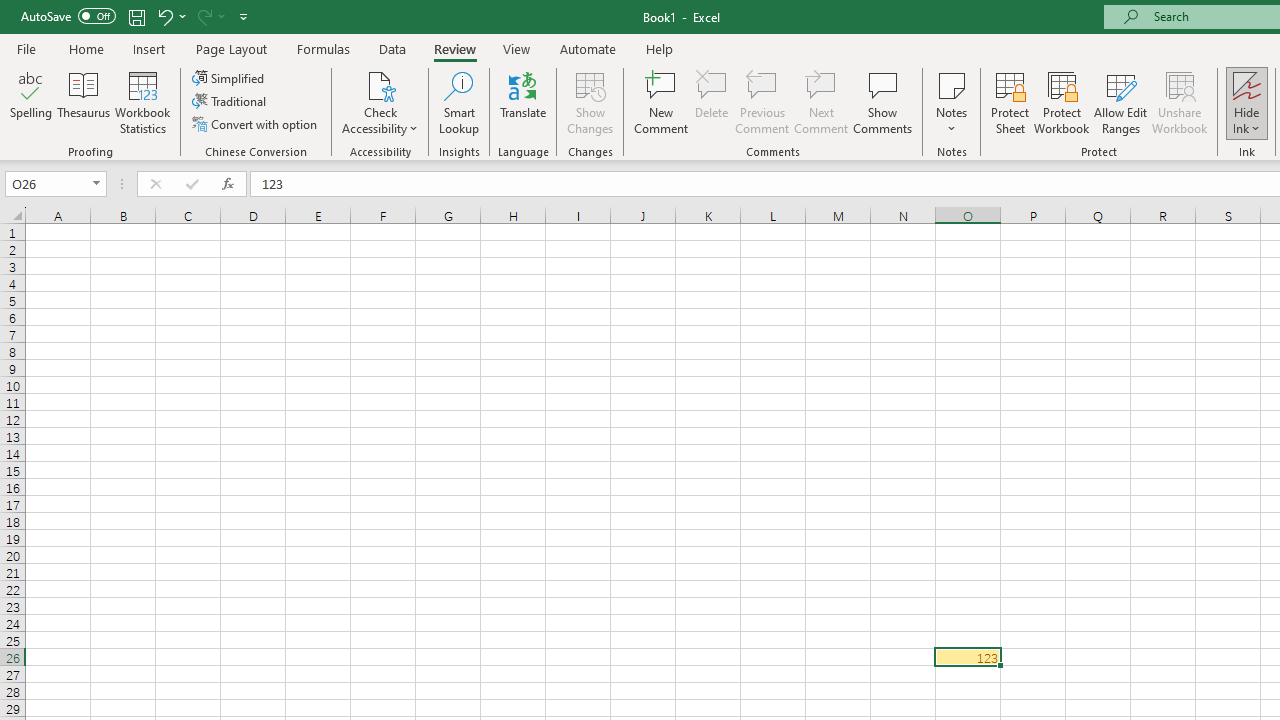 The height and width of the screenshot is (720, 1280). Describe the element at coordinates (231, 101) in the screenshot. I see `'Traditional'` at that location.